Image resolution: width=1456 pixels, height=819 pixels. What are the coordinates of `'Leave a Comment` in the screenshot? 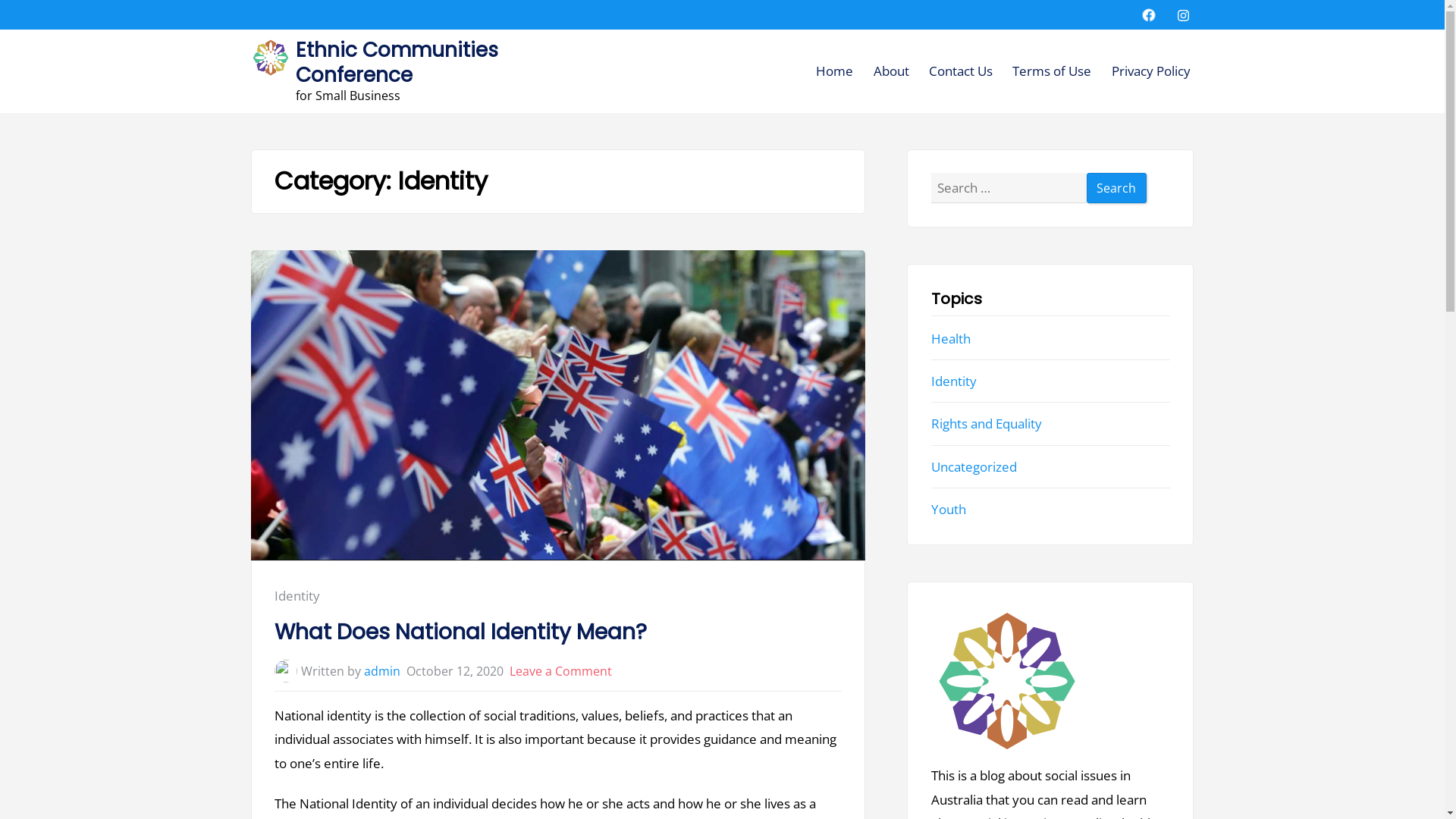 It's located at (560, 670).